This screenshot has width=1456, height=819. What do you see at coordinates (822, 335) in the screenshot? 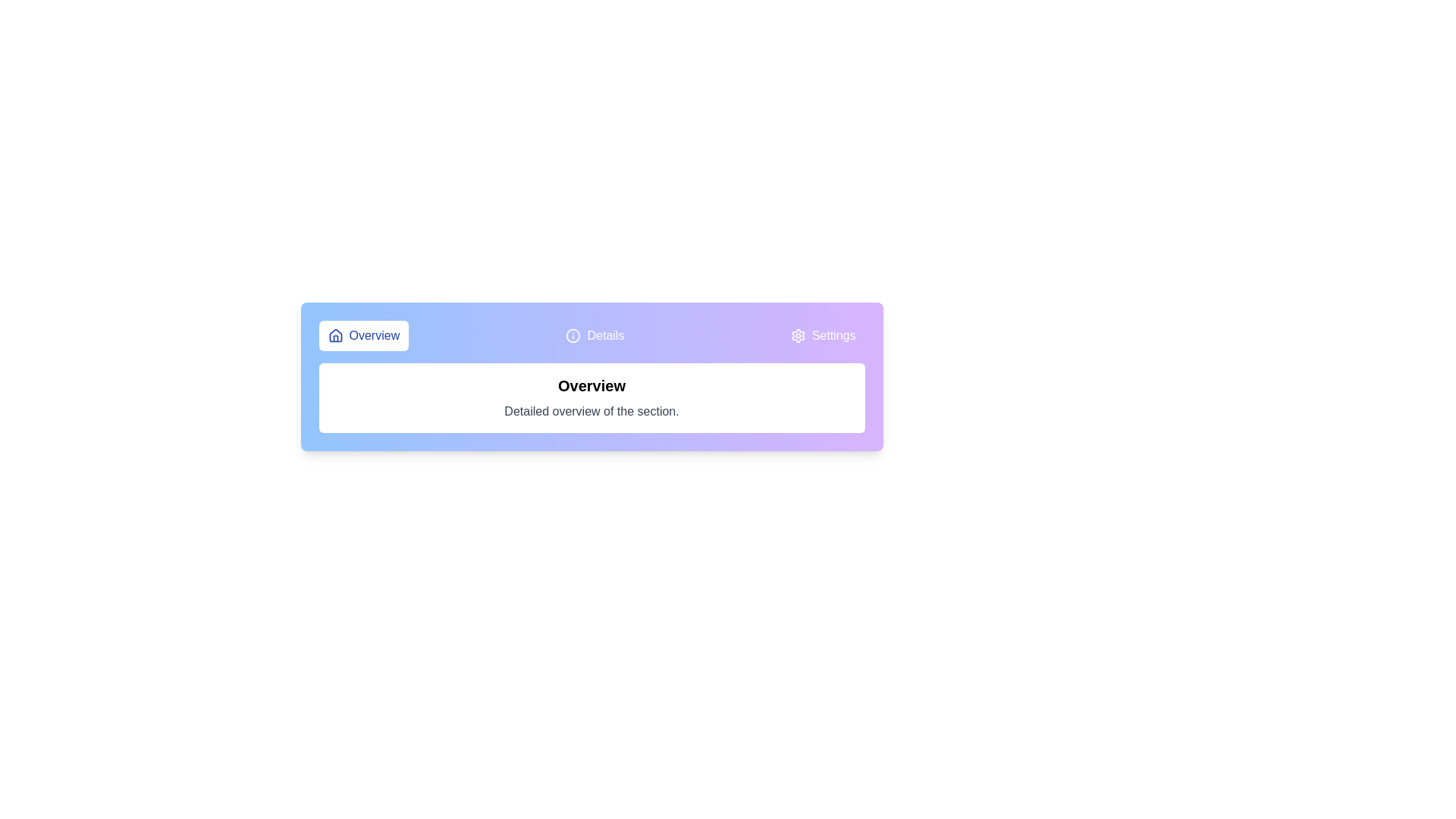
I see `the rightmost navigation button in the top-right corner` at bounding box center [822, 335].